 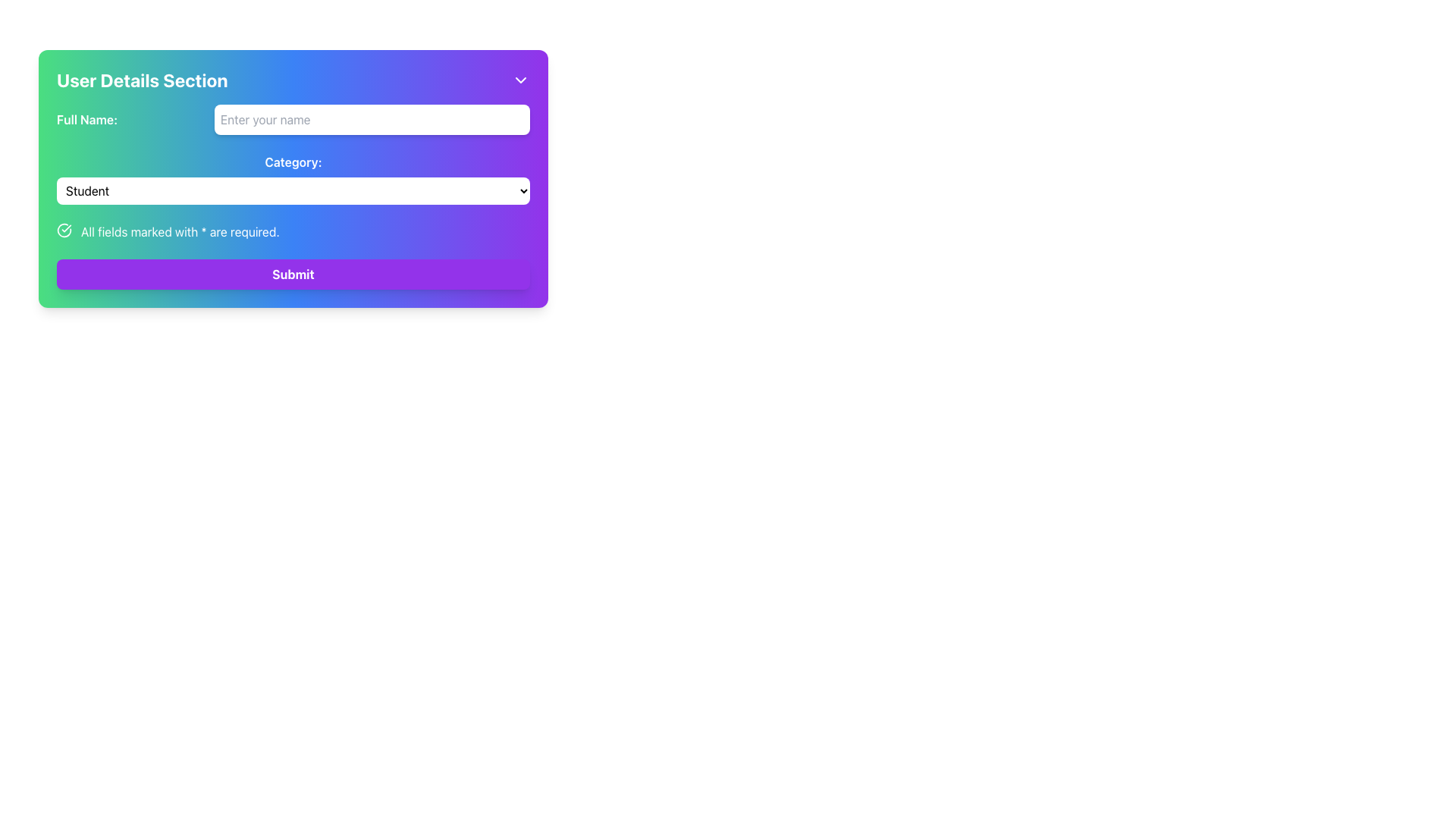 What do you see at coordinates (293, 177) in the screenshot?
I see `the dropdown menu labeled 'Category:' to activate it` at bounding box center [293, 177].